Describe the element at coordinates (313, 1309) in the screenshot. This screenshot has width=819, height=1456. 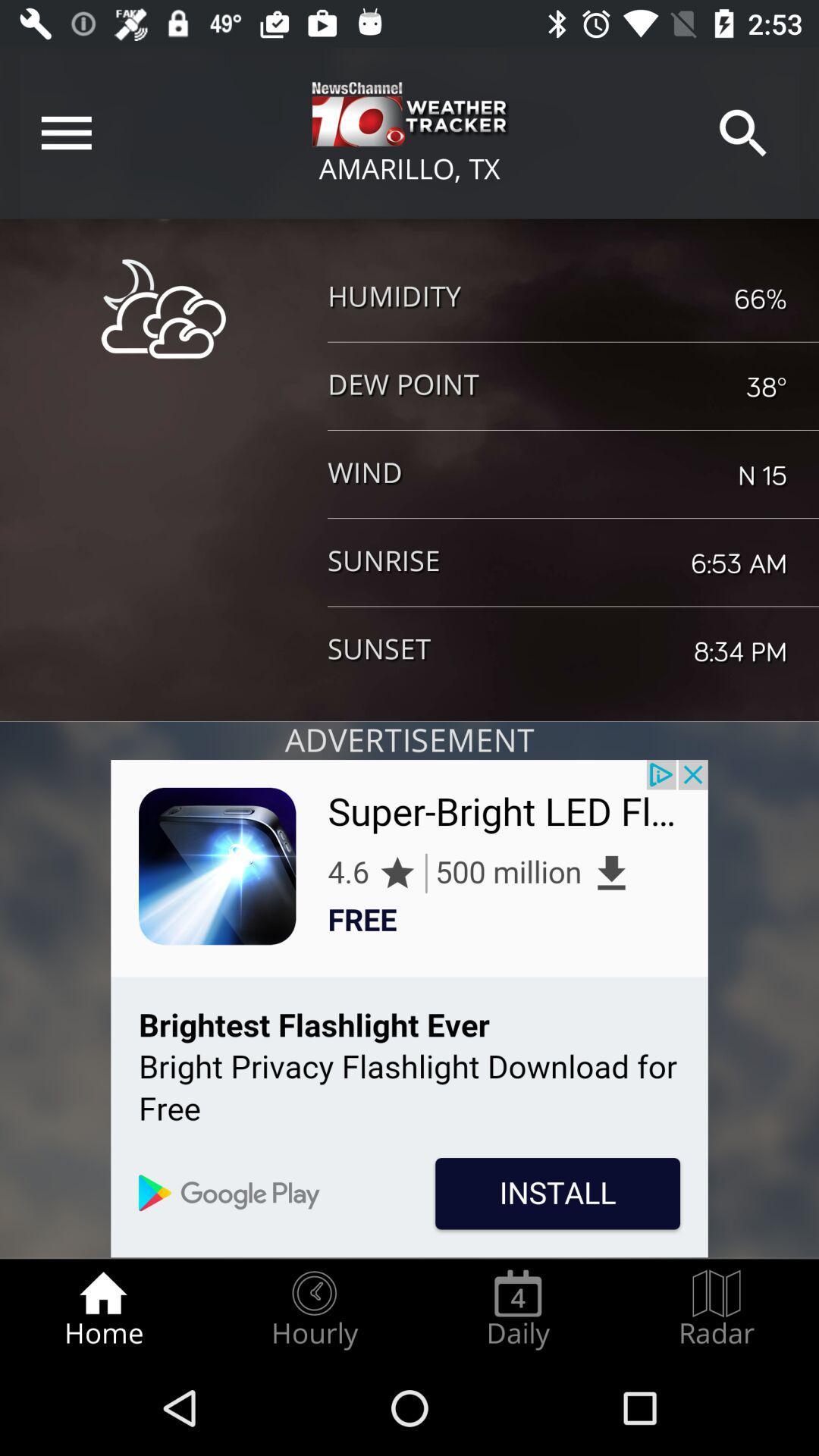
I see `item to the right of home radio button` at that location.